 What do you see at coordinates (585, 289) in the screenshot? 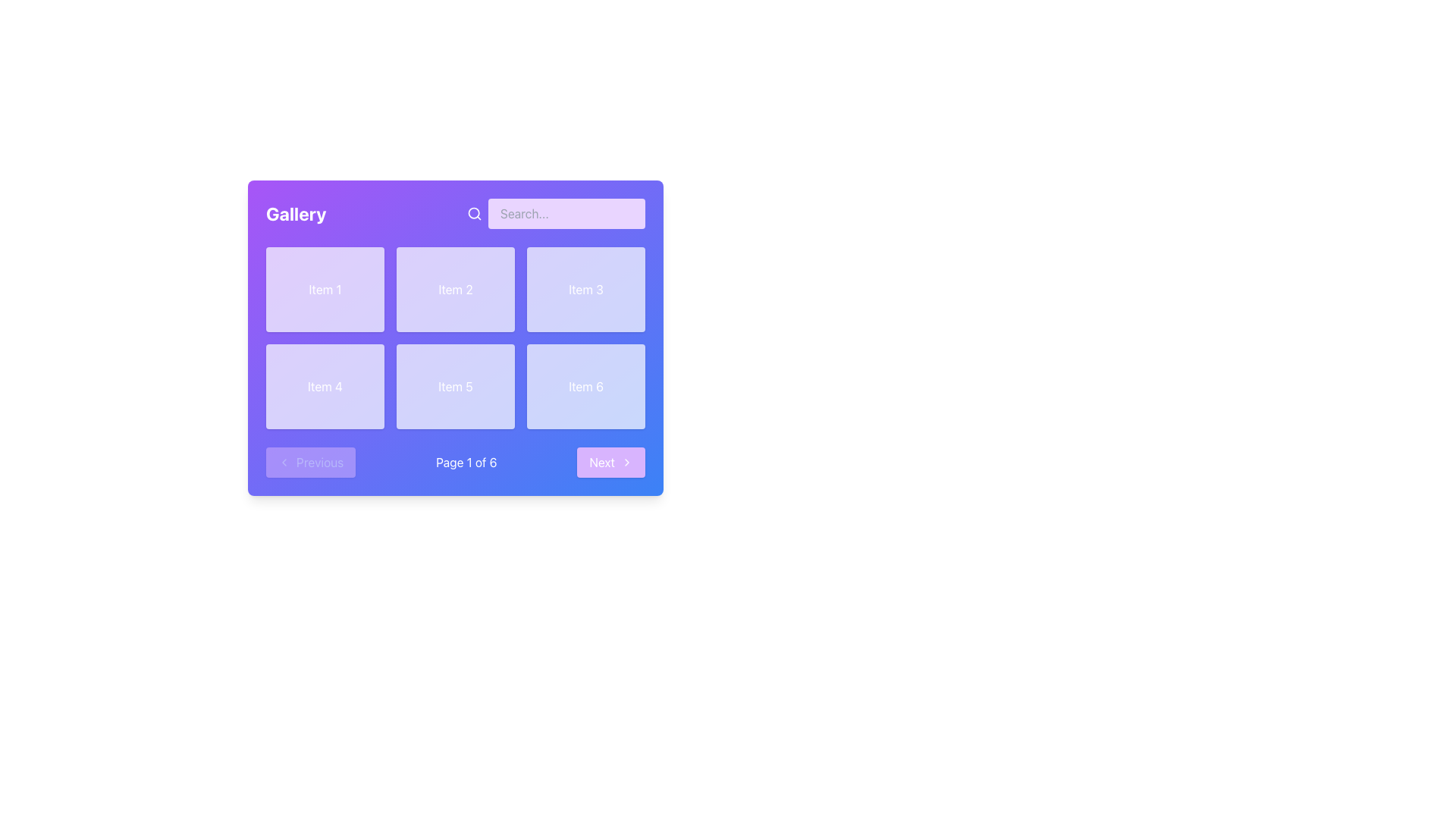
I see `the 'Item 3' text label in the grid layout` at bounding box center [585, 289].